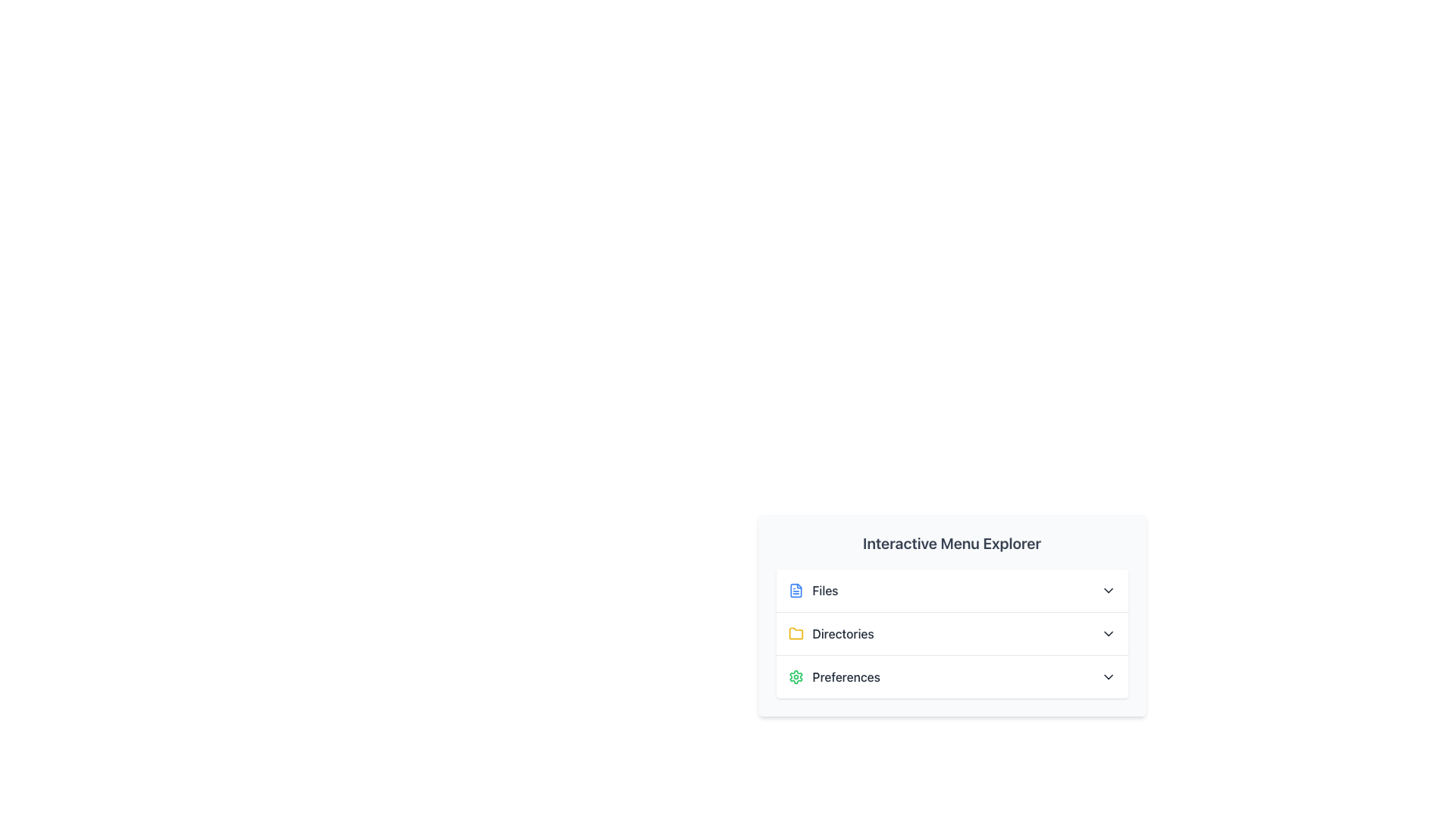 This screenshot has height=819, width=1456. I want to click on the 'Preferences' menu item, which is represented by a green gear icon and is located in the third row of the menu panel, just below the 'Directories' entry, so click(833, 676).